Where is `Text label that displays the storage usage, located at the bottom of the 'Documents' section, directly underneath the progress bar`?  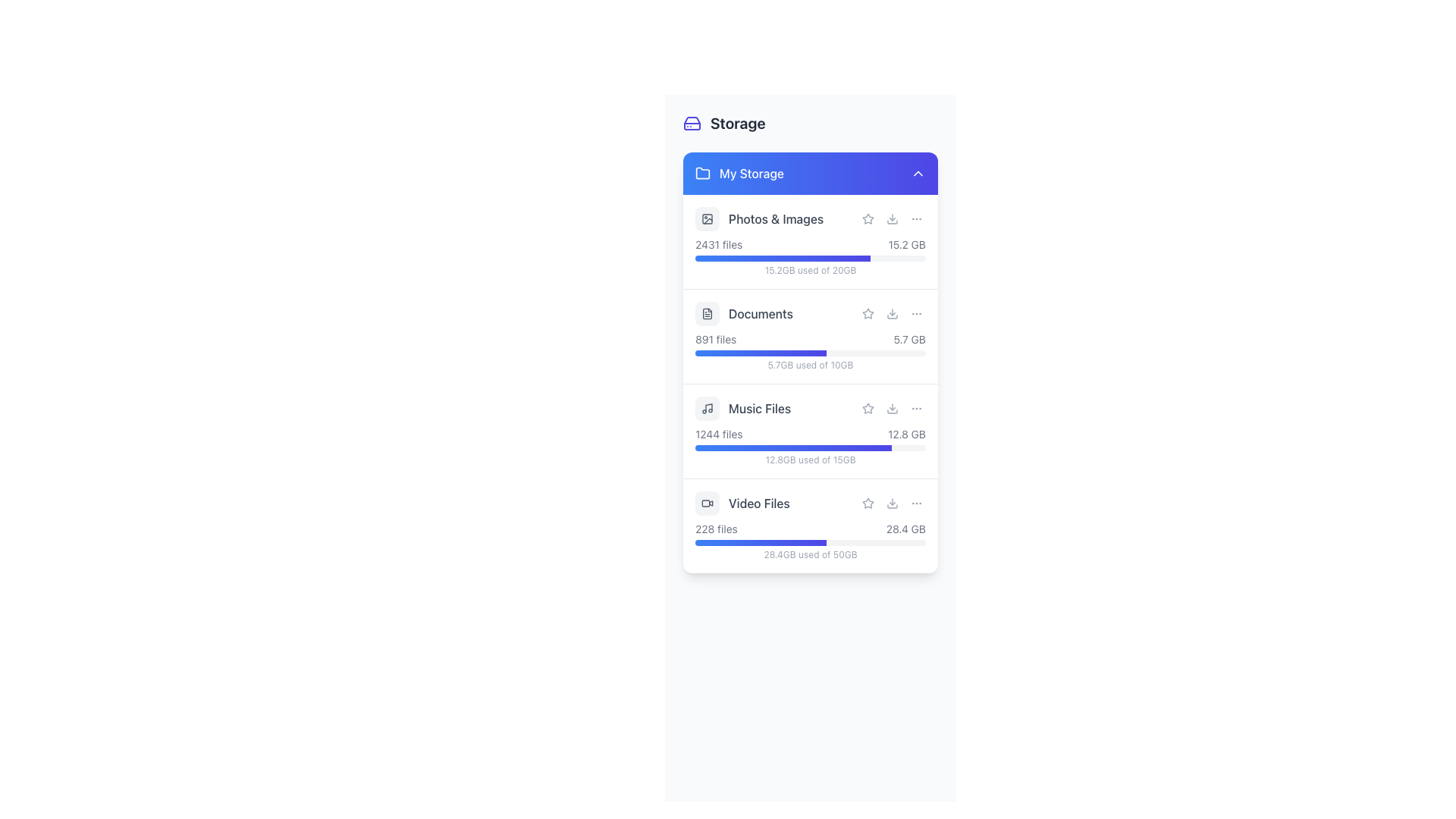 Text label that displays the storage usage, located at the bottom of the 'Documents' section, directly underneath the progress bar is located at coordinates (810, 366).